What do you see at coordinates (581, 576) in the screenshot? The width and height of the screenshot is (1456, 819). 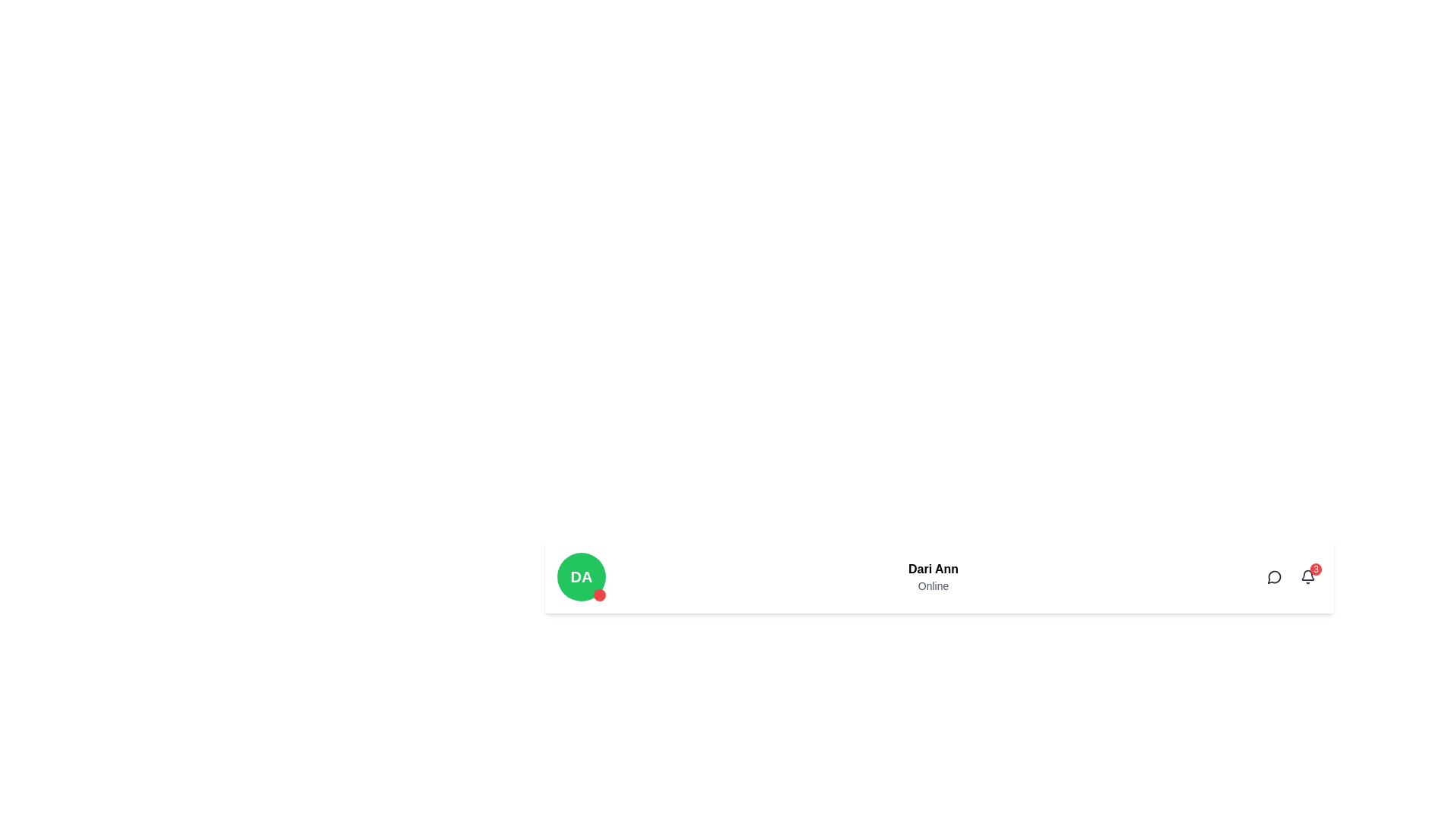 I see `the Text Label that represents a user's initials or profile placeholder, which is located at the center of a green circular background in the bottom-left corner of the interface` at bounding box center [581, 576].